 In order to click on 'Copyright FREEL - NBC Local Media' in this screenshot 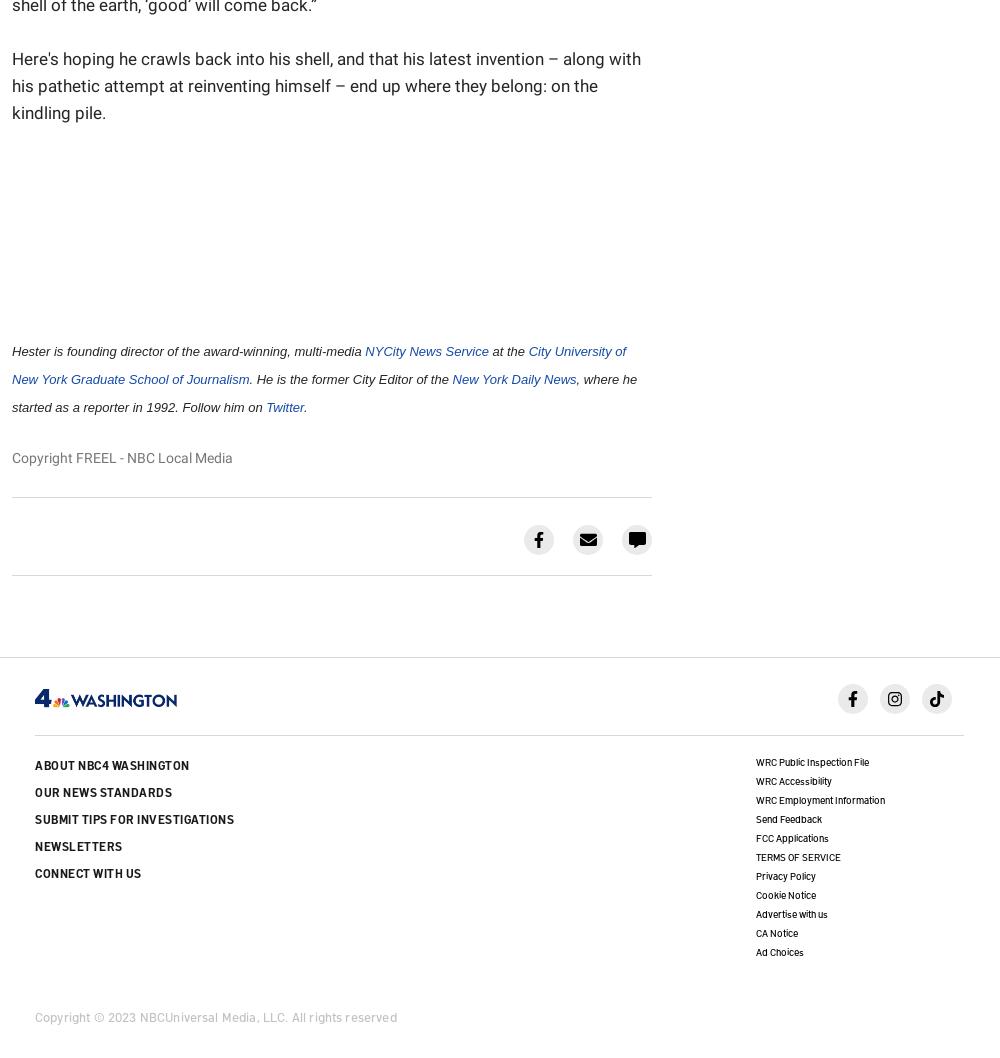, I will do `click(12, 457)`.